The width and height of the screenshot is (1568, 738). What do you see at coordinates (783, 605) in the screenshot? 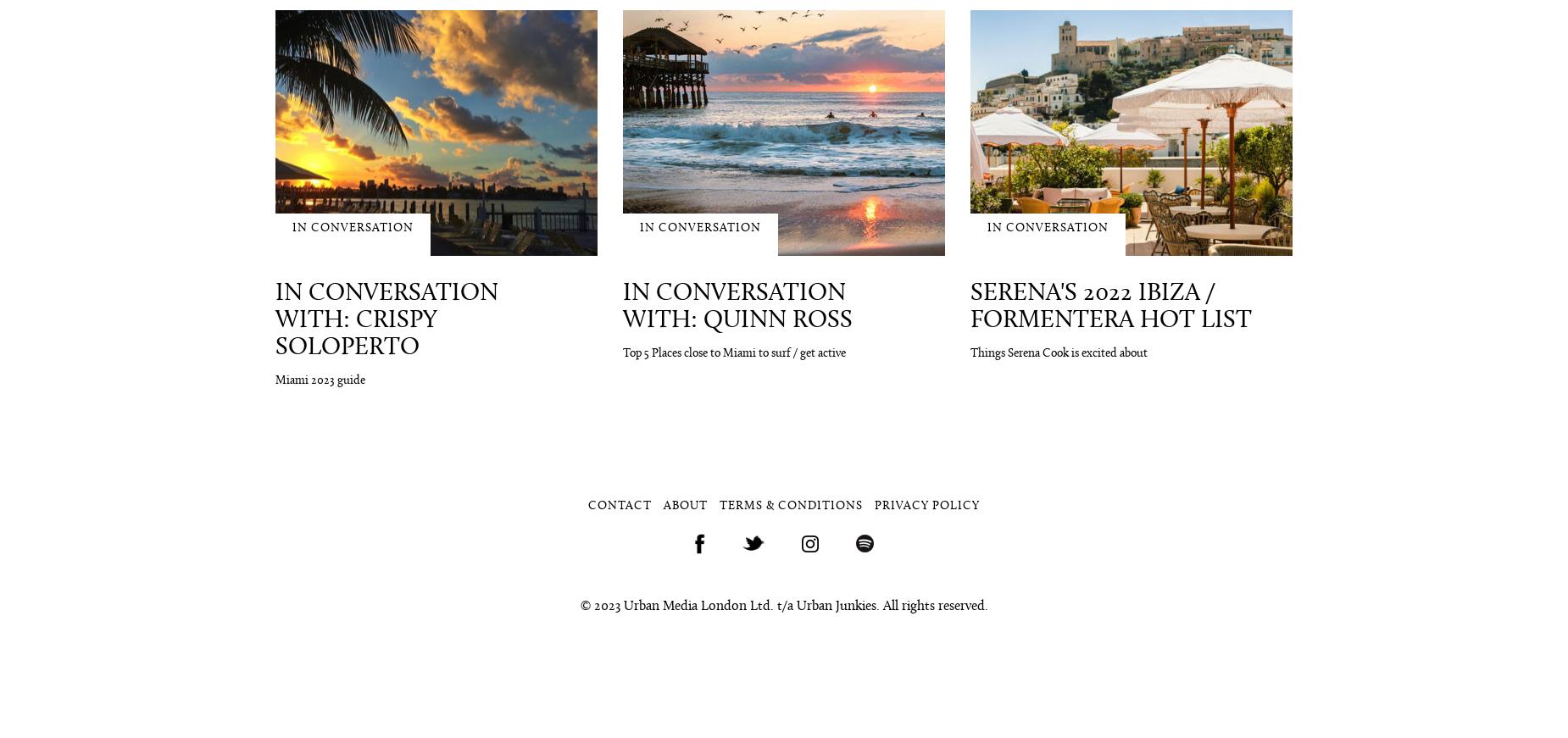
I see `'© 2023 Urban Media London Ltd. t/a Urban Junkies. All rights reserved.'` at bounding box center [783, 605].